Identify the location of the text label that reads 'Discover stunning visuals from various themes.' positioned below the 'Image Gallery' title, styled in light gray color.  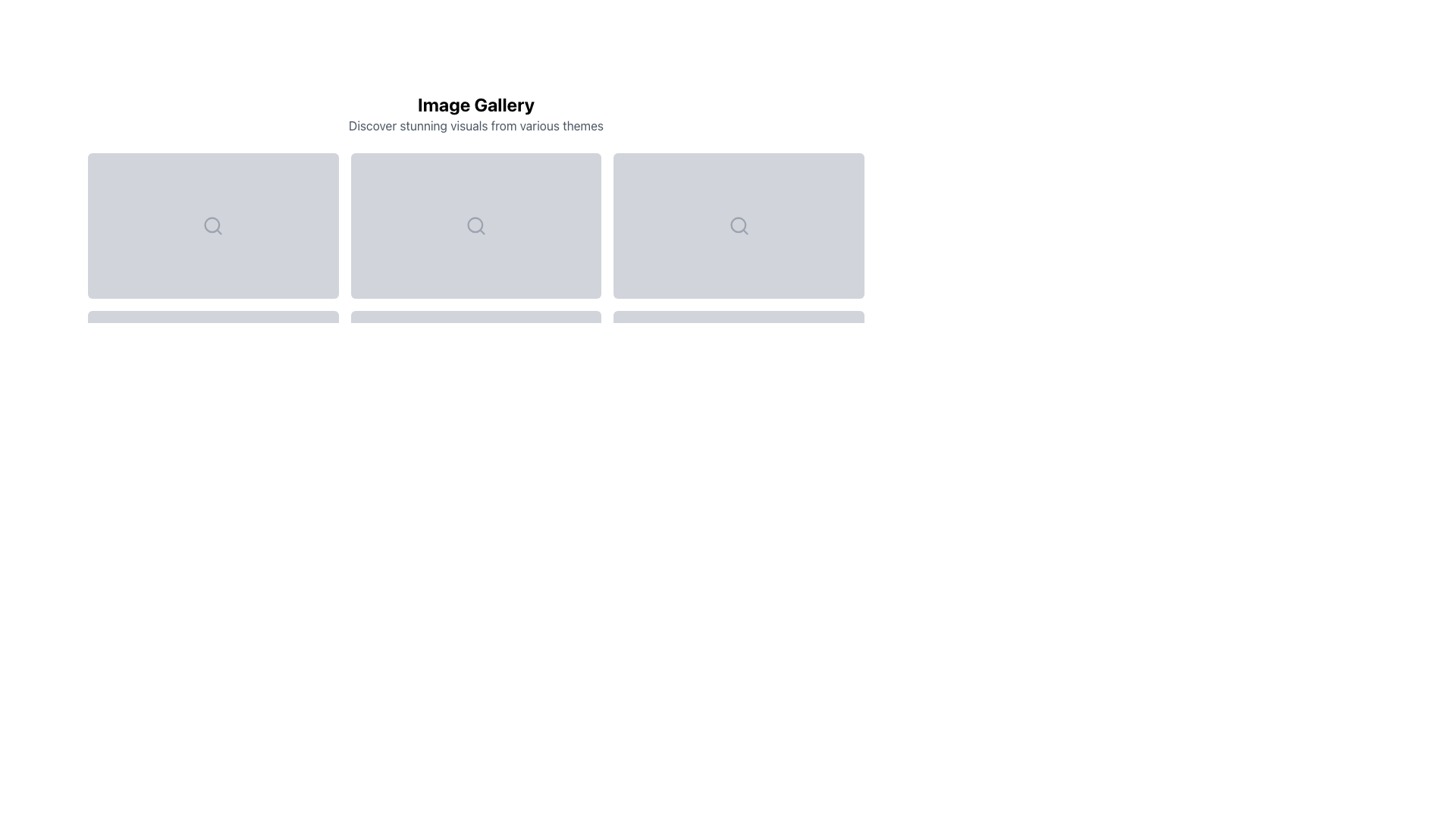
(475, 124).